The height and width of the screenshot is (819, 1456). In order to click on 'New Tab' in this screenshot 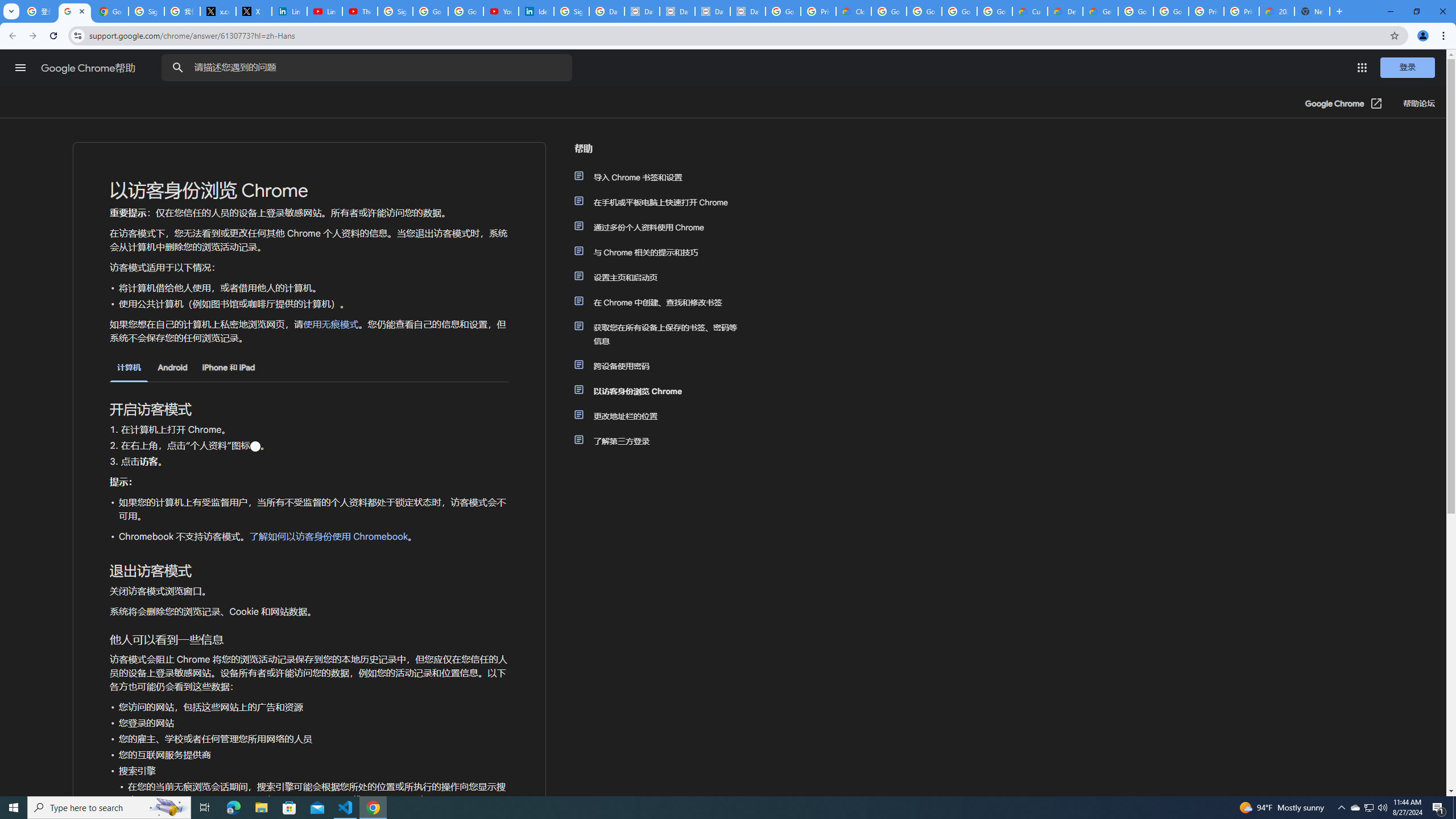, I will do `click(1312, 11)`.